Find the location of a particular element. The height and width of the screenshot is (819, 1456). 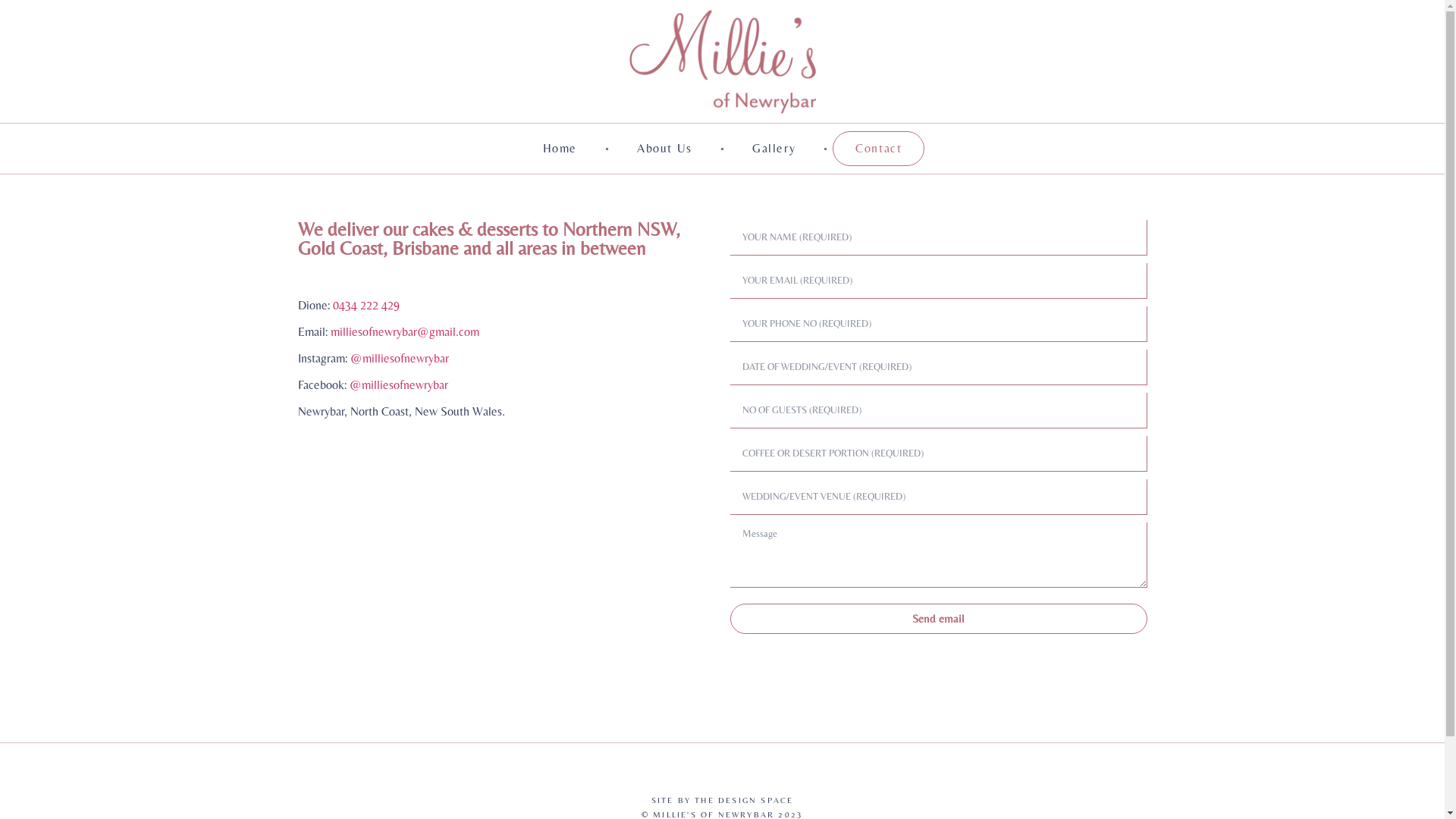

'Gallery' is located at coordinates (729, 149).